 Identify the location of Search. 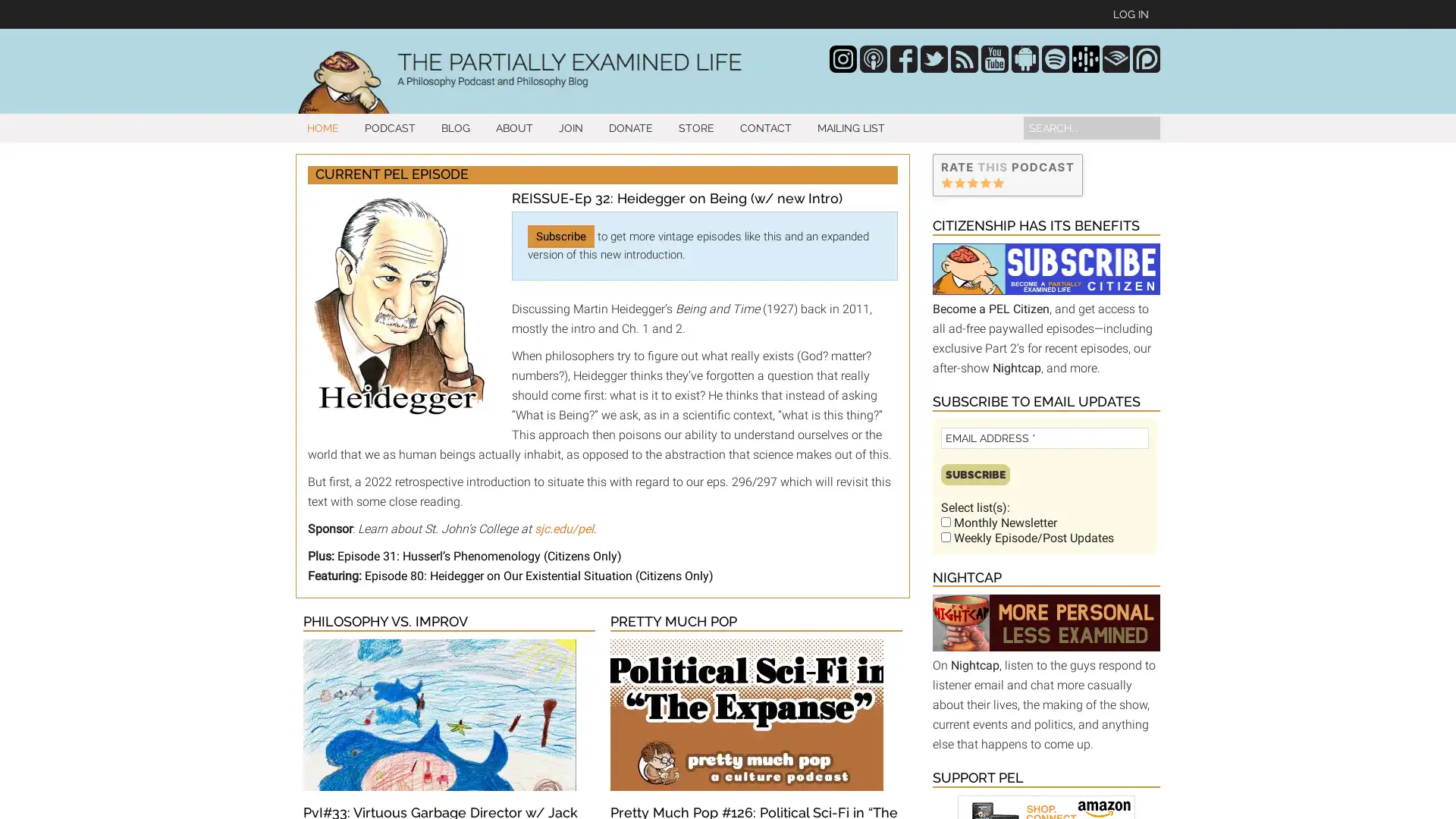
(1159, 115).